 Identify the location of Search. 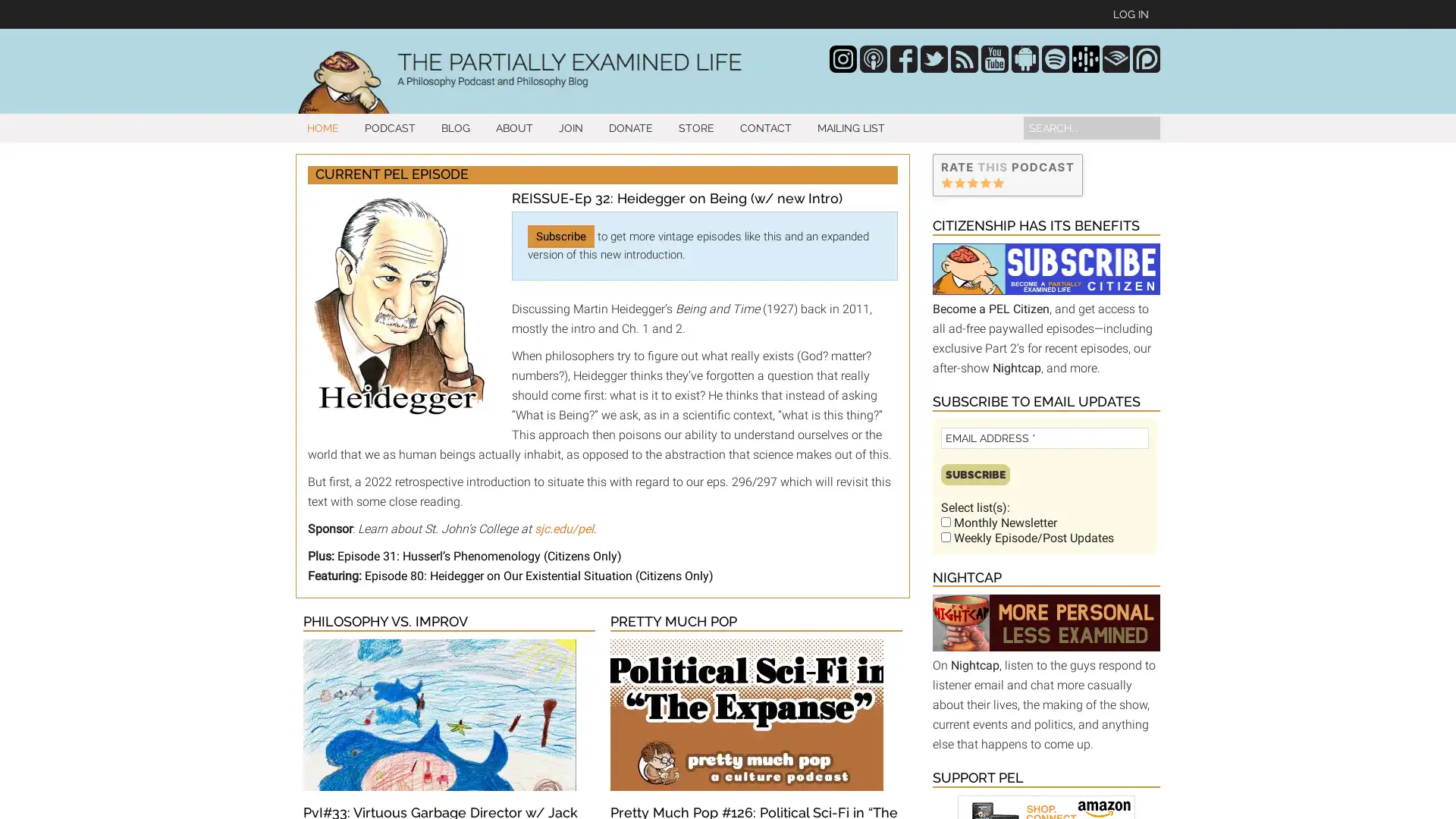
(1159, 115).